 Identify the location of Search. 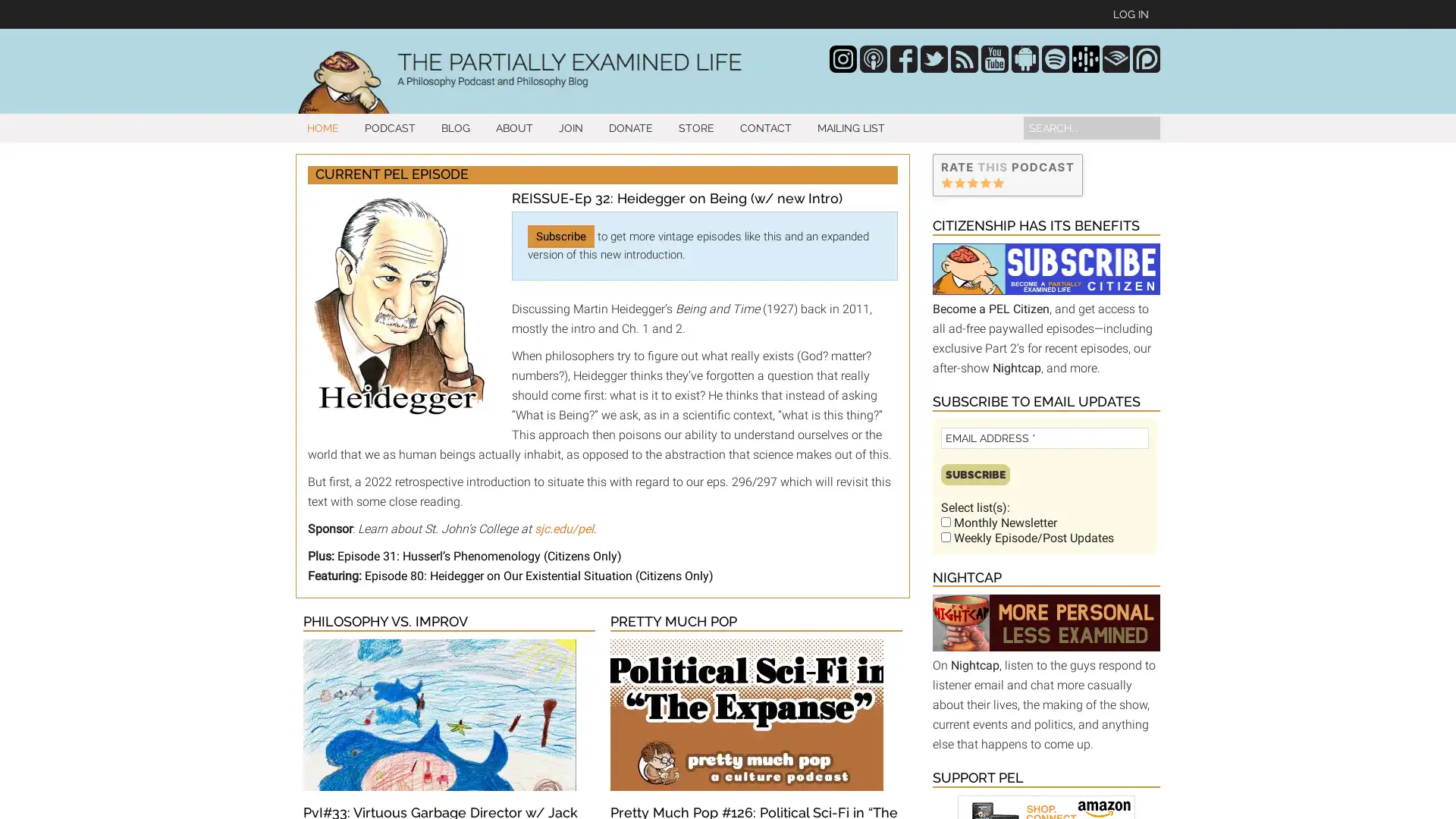
(1159, 115).